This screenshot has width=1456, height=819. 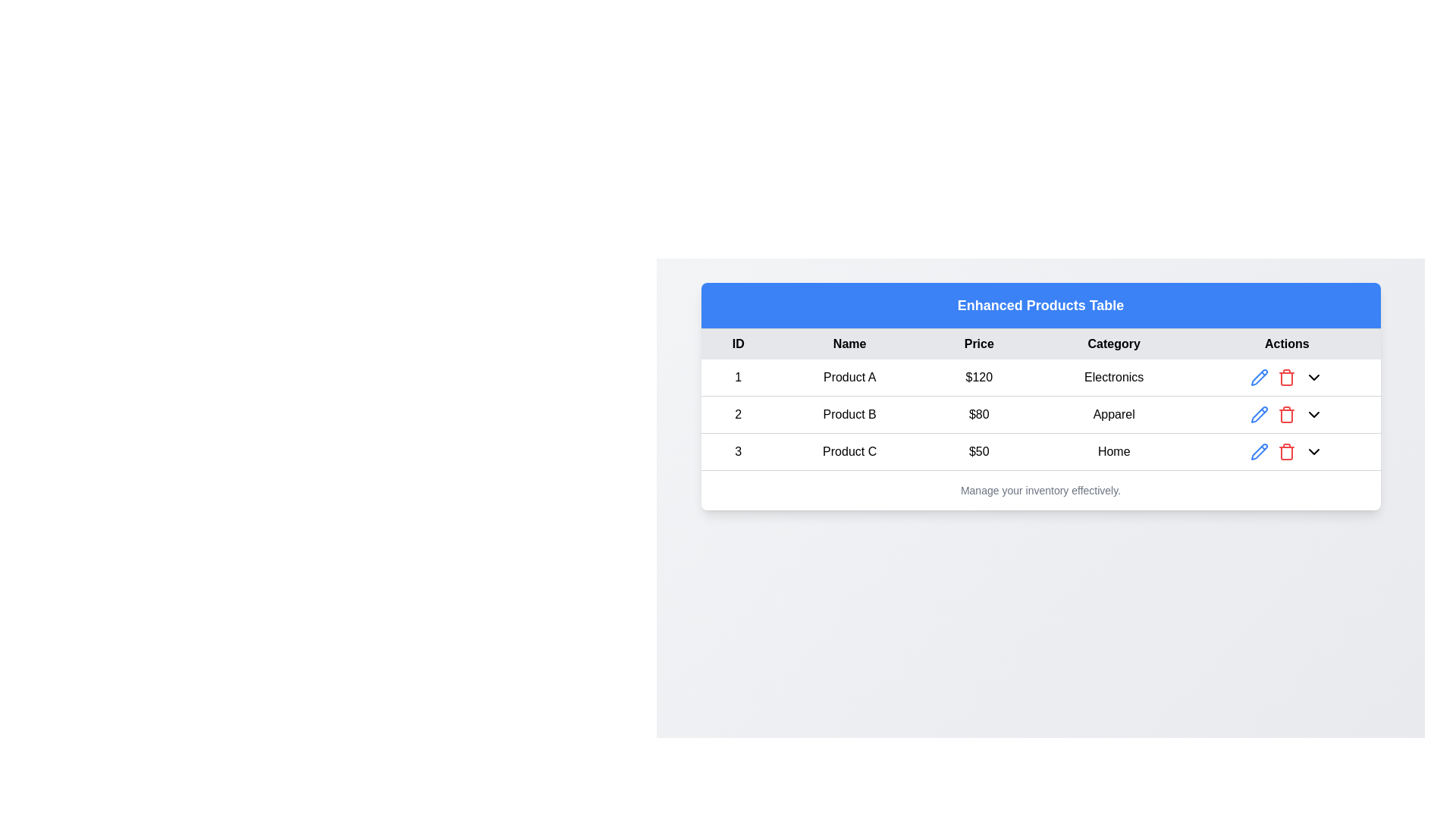 What do you see at coordinates (979, 344) in the screenshot?
I see `the text label displaying 'Price' in bold, located in the gray header row of the table` at bounding box center [979, 344].